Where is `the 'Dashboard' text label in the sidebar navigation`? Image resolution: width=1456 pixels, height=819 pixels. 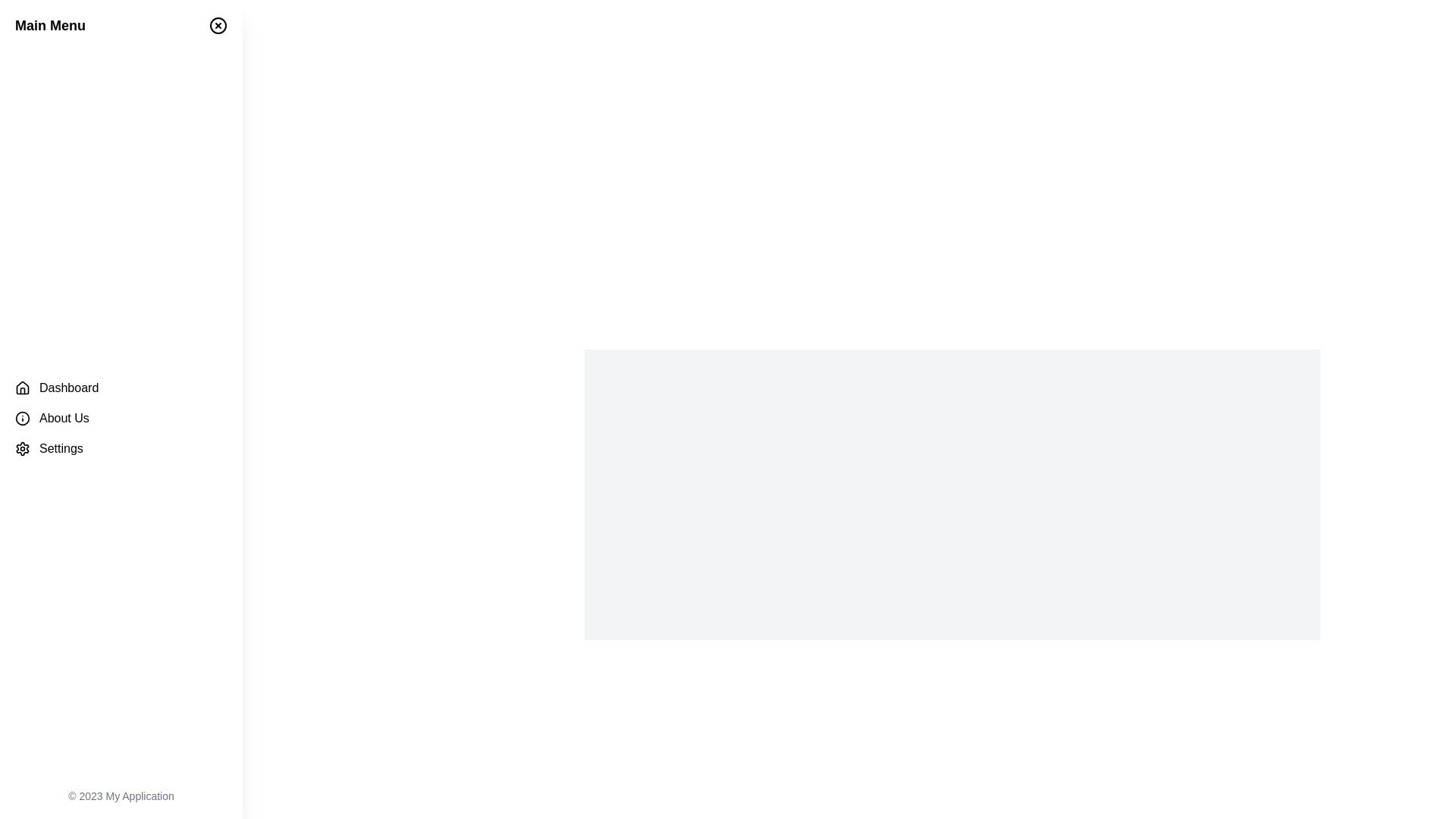 the 'Dashboard' text label in the sidebar navigation is located at coordinates (68, 388).